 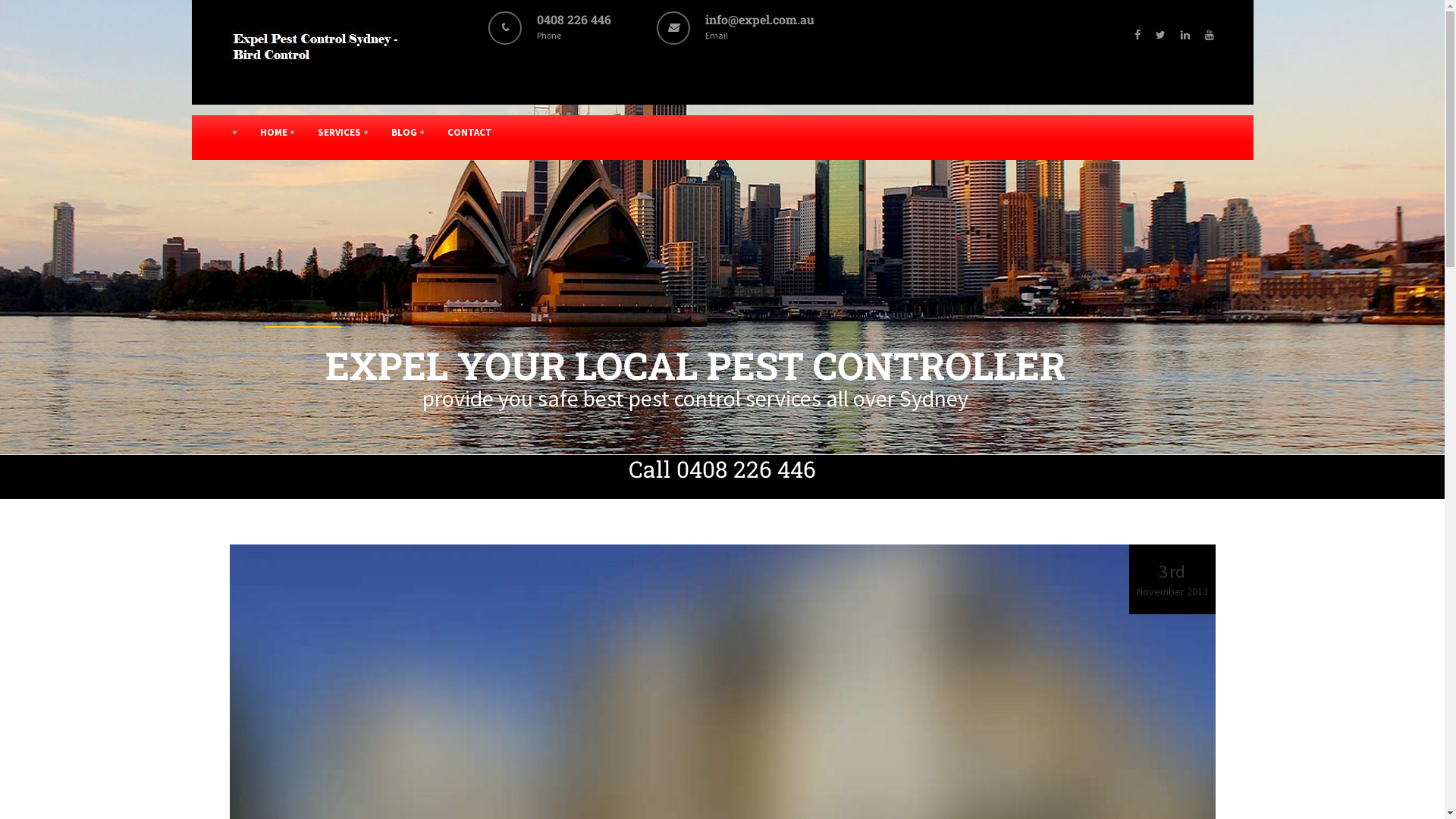 I want to click on 'SERVICES', so click(x=337, y=131).